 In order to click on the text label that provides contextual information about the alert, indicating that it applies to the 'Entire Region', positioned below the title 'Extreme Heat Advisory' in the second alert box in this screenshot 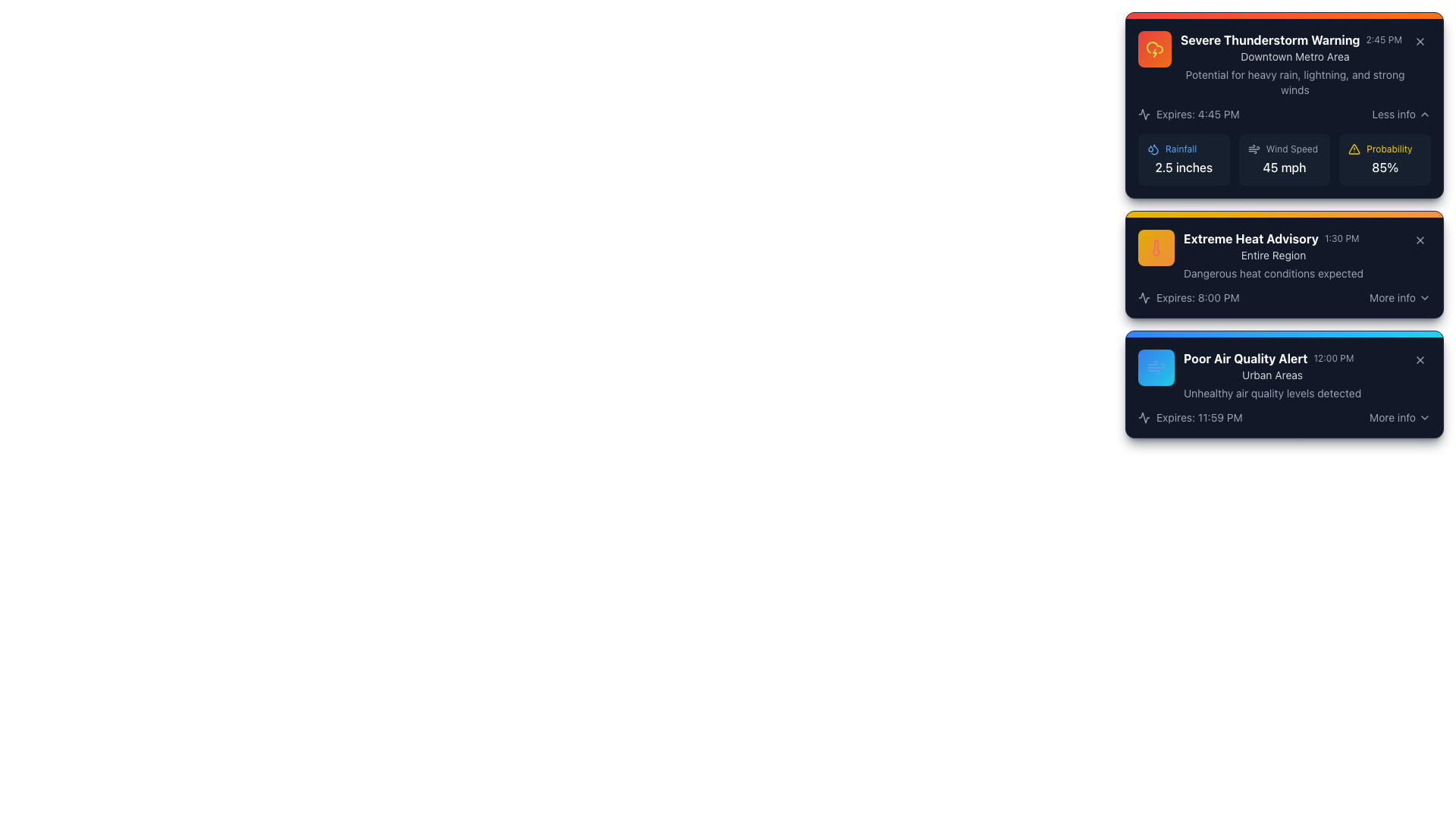, I will do `click(1273, 254)`.